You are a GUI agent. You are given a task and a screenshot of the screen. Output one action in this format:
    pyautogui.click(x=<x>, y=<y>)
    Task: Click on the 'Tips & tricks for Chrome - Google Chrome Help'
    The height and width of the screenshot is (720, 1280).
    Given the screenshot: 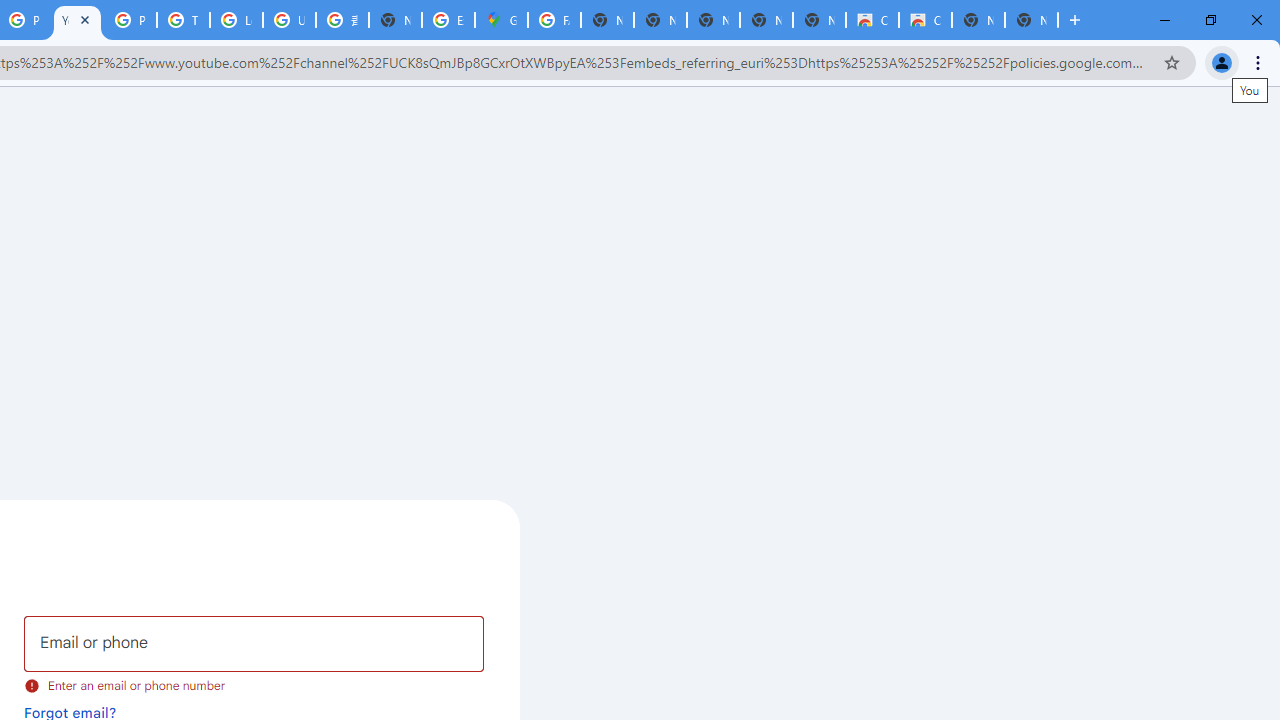 What is the action you would take?
    pyautogui.click(x=183, y=20)
    